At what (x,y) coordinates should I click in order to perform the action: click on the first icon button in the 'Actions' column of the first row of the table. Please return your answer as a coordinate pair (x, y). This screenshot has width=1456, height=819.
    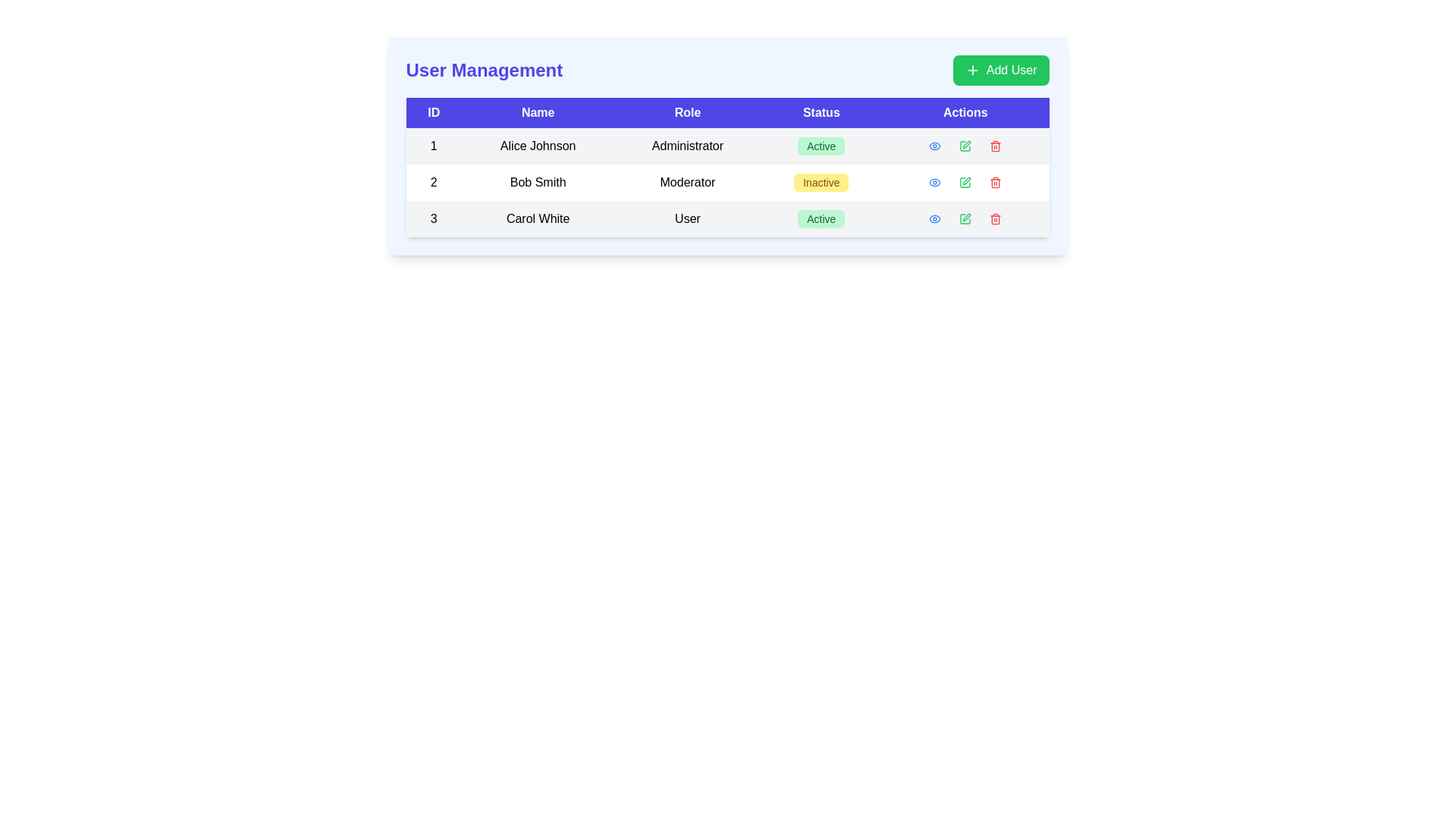
    Looking at the image, I should click on (934, 146).